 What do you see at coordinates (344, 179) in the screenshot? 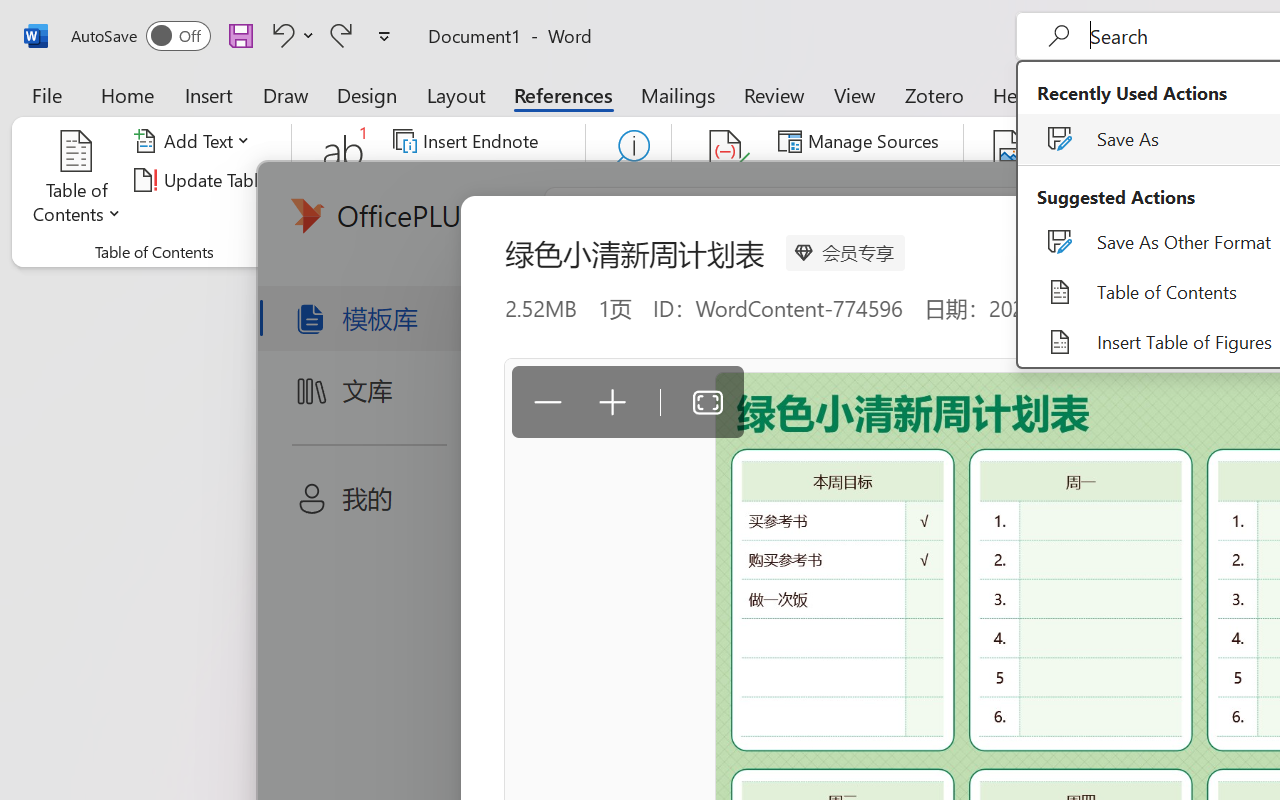
I see `'Insert Footnote'` at bounding box center [344, 179].